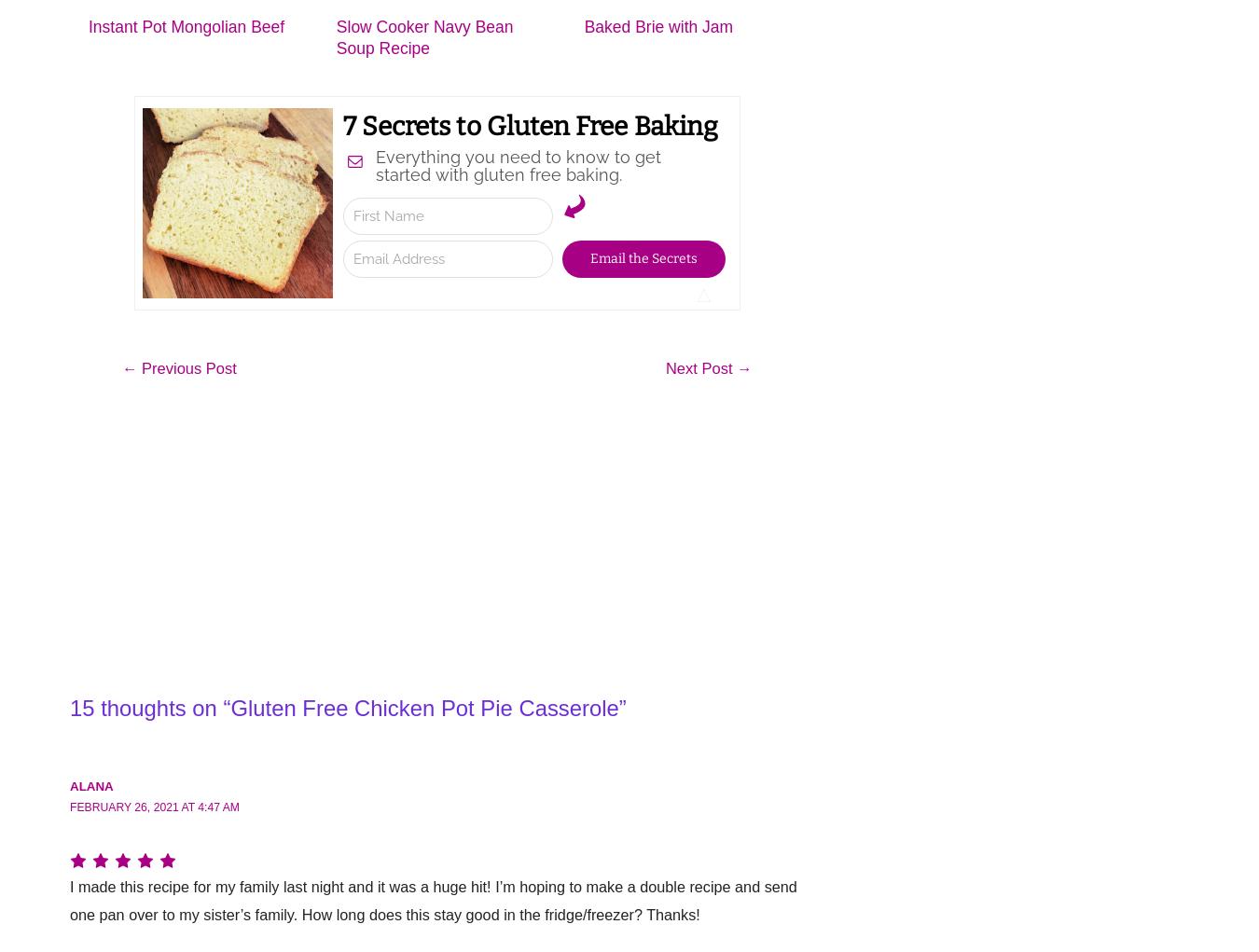  Describe the element at coordinates (529, 126) in the screenshot. I see `'7 Secrets to Gluten Free Baking'` at that location.